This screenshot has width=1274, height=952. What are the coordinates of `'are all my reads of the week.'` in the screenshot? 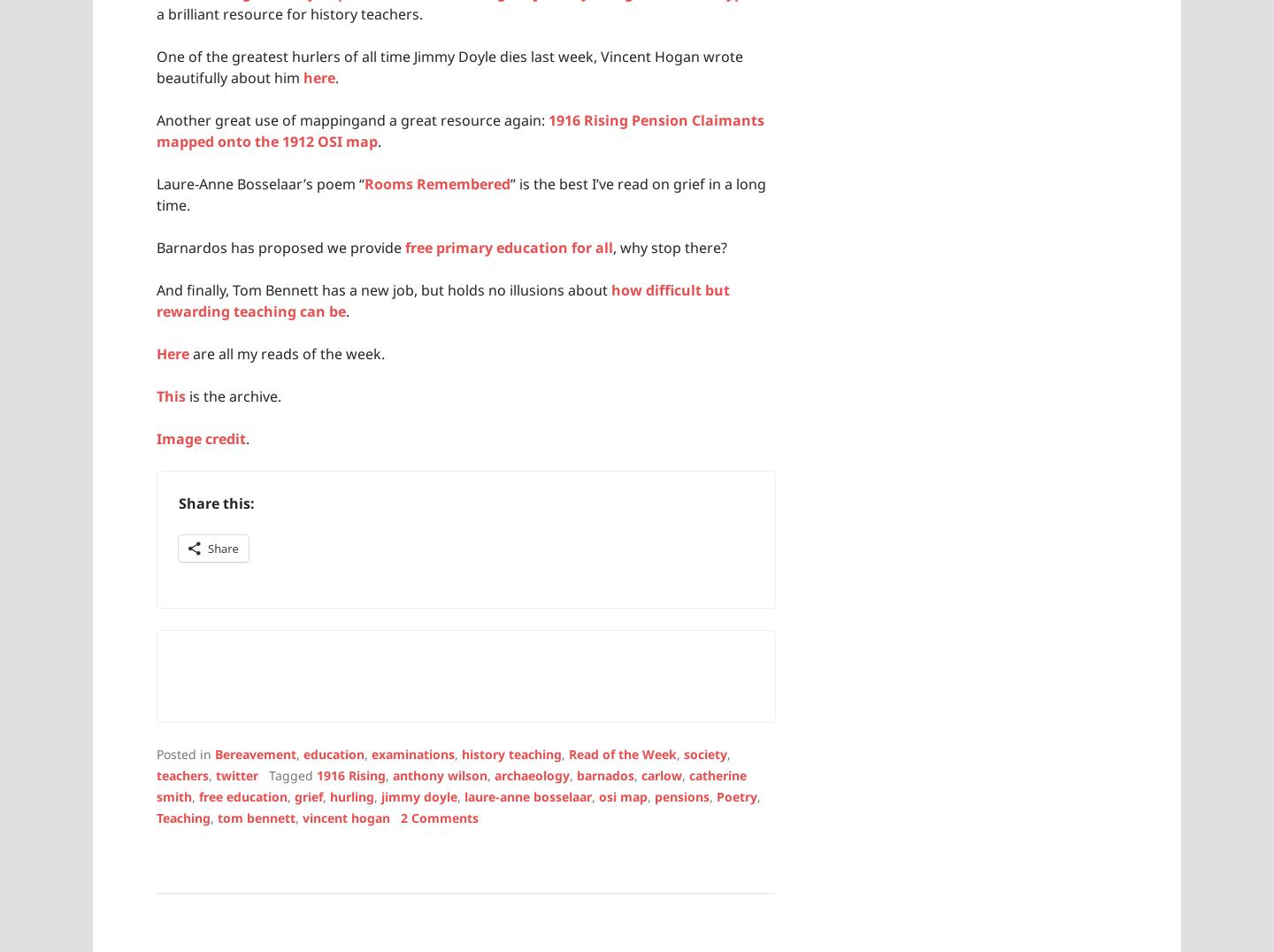 It's located at (287, 351).